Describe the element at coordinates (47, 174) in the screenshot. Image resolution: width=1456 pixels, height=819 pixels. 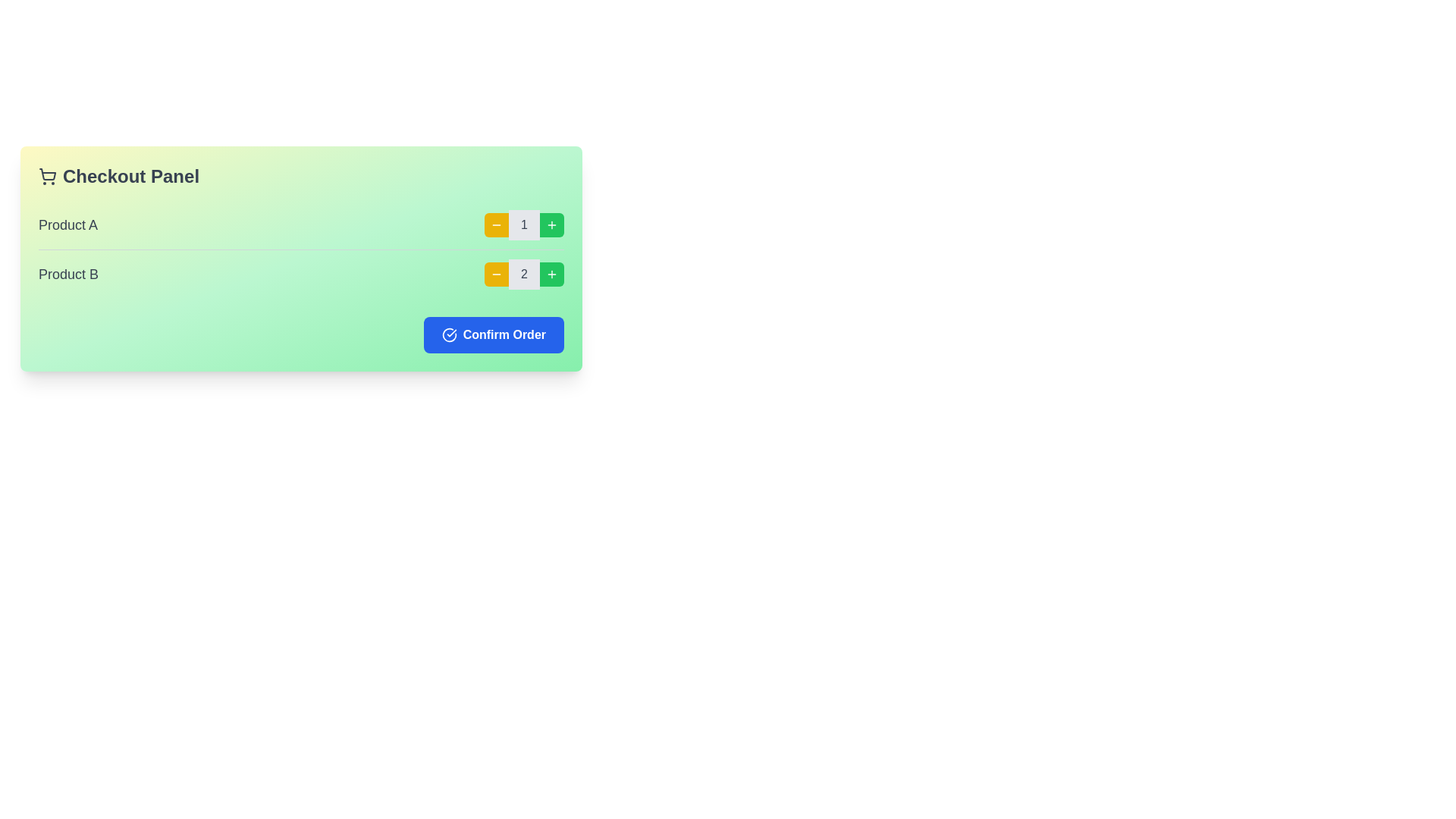
I see `the shopping cart icon, which is a simplistic line-based representation located near the top-left corner of the interface` at that location.